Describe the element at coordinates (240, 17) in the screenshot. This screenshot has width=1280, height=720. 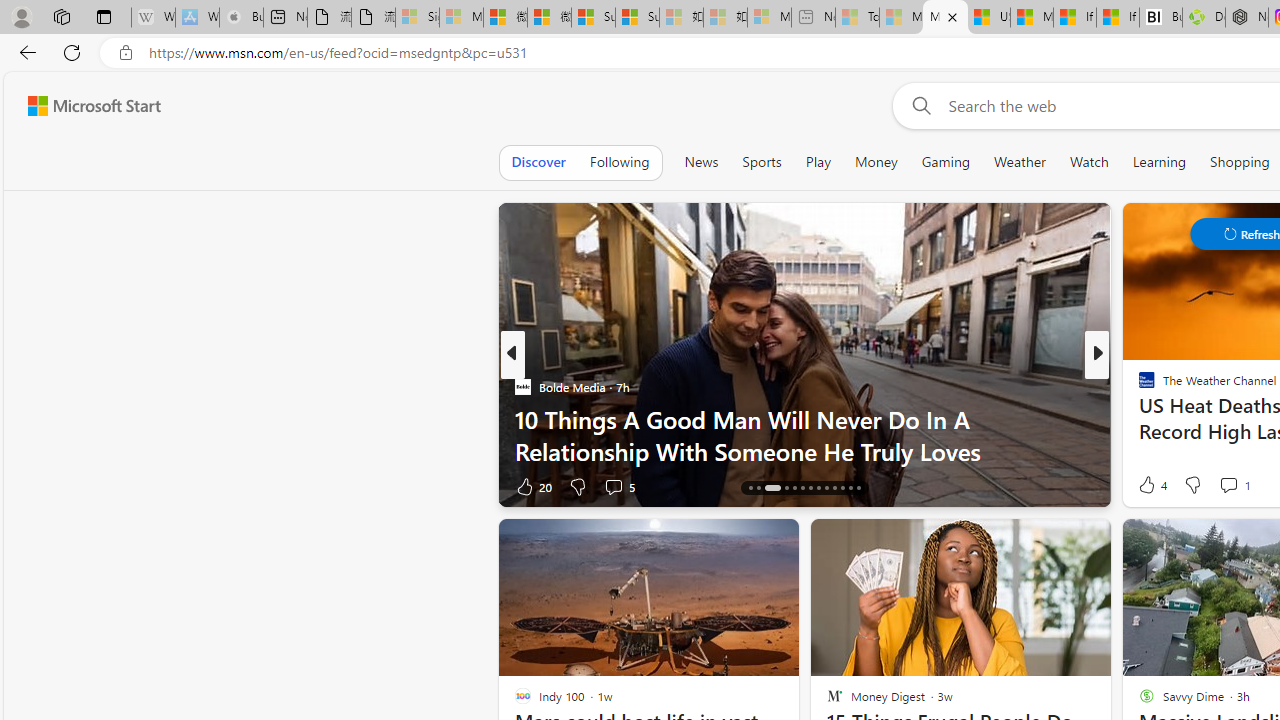
I see `'Buy iPad - Apple - Sleeping'` at that location.